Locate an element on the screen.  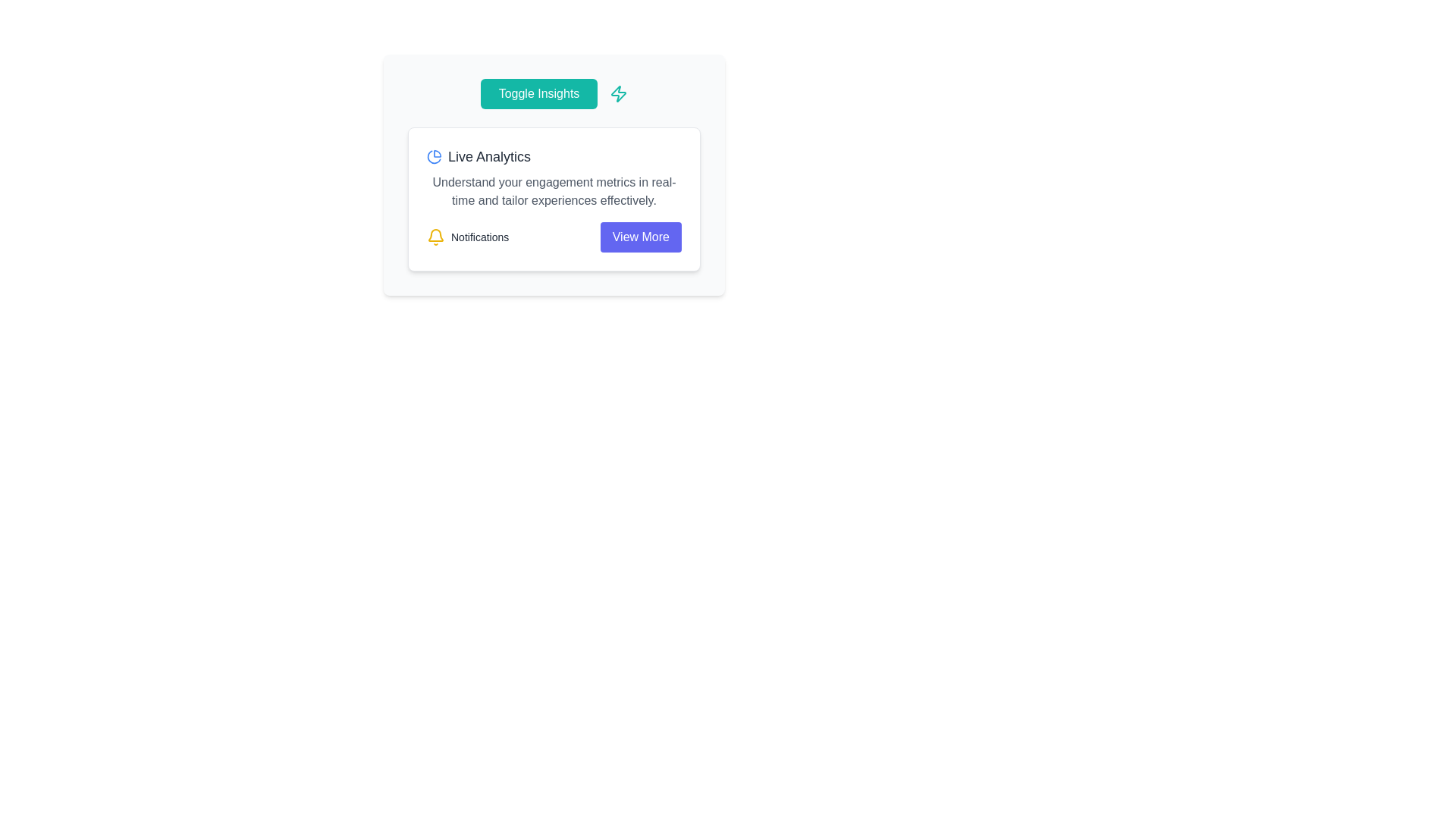
the small, circular, blue pie chart icon located at the far left of the row containing 'Live Analytics' to understand its visual representation is located at coordinates (433, 157).